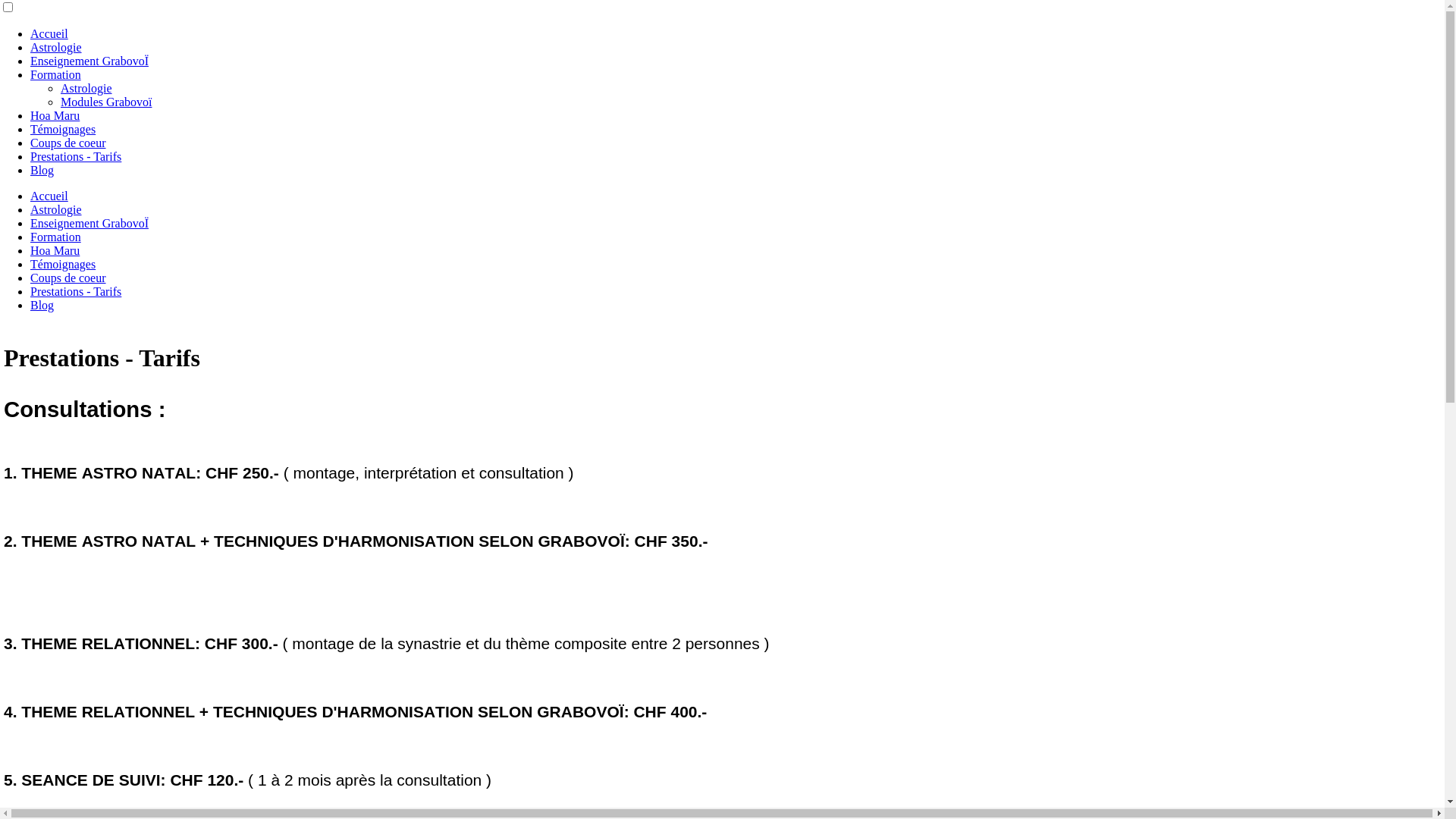  I want to click on 'Accueil', so click(49, 195).